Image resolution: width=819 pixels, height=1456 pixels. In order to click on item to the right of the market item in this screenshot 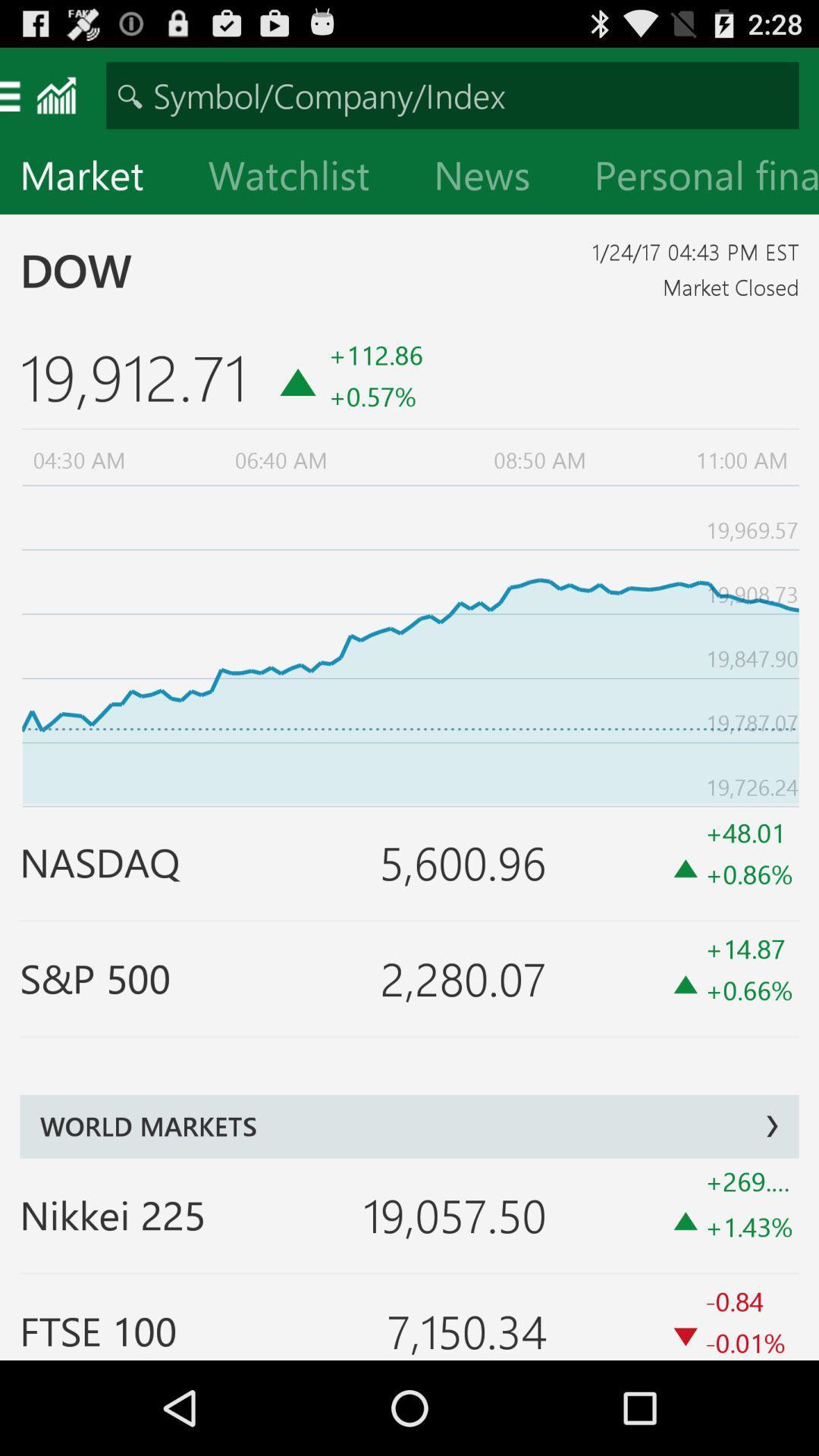, I will do `click(301, 178)`.